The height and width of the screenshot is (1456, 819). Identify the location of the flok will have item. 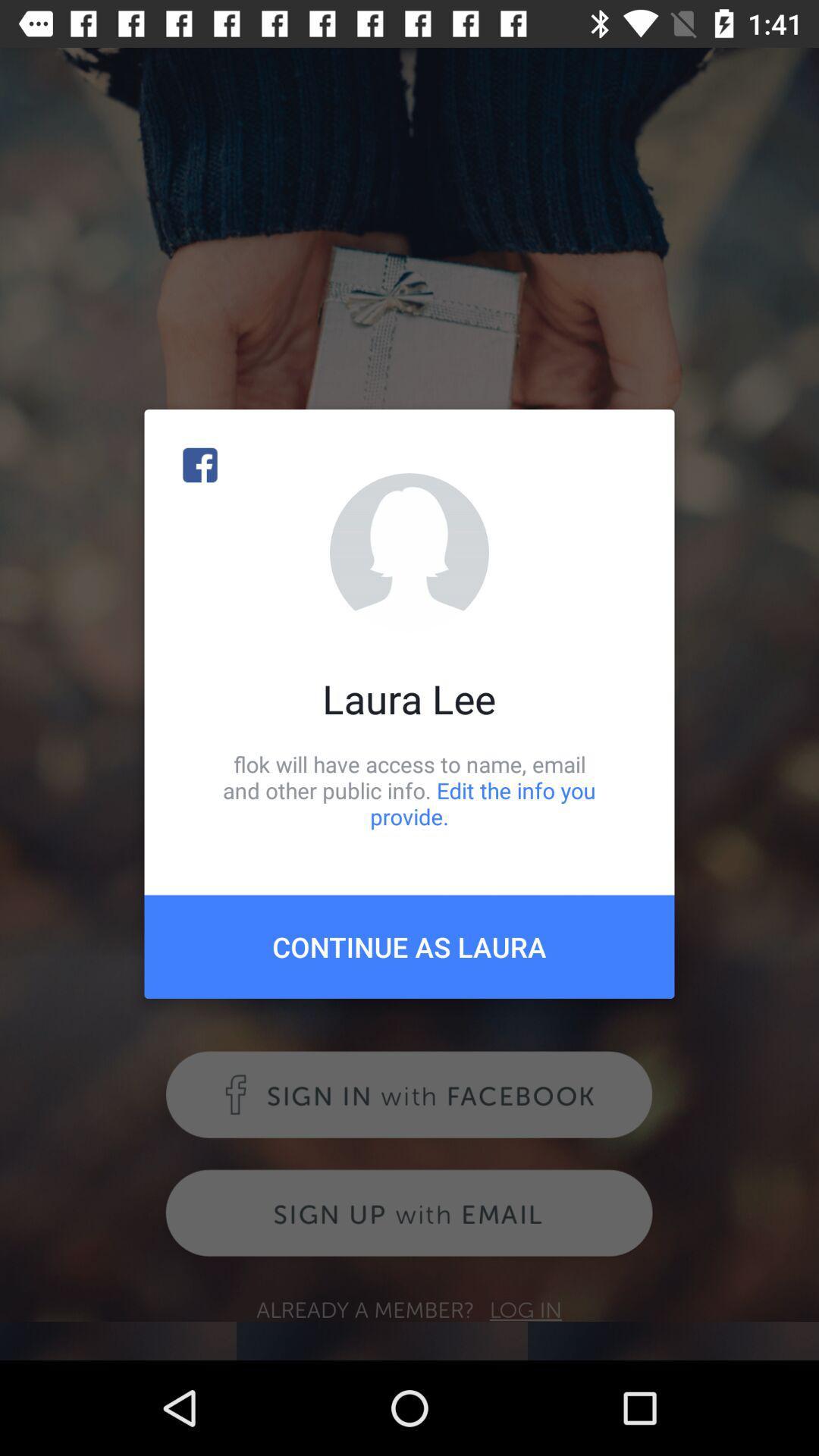
(409, 789).